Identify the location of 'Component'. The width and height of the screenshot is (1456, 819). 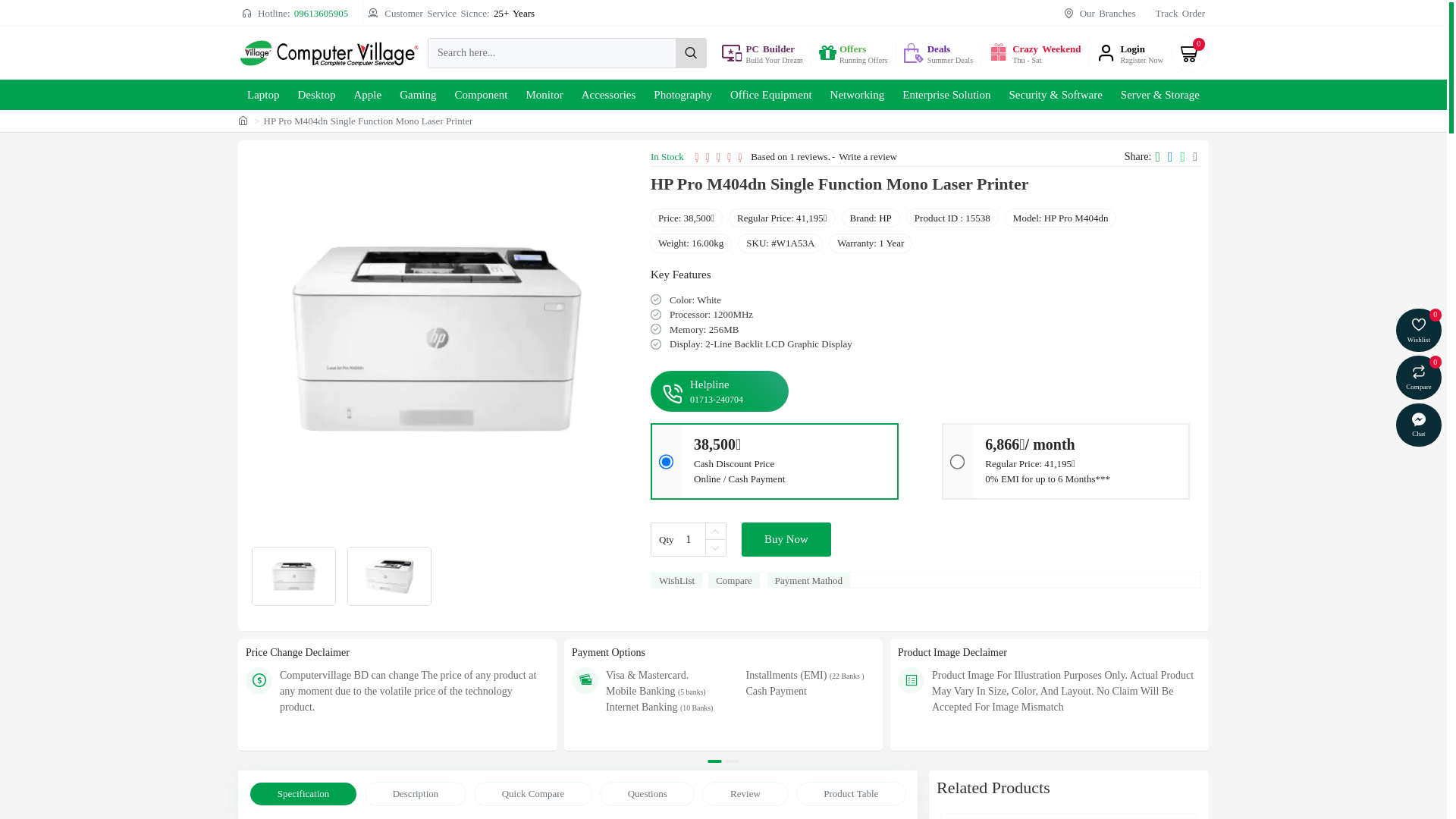
(480, 94).